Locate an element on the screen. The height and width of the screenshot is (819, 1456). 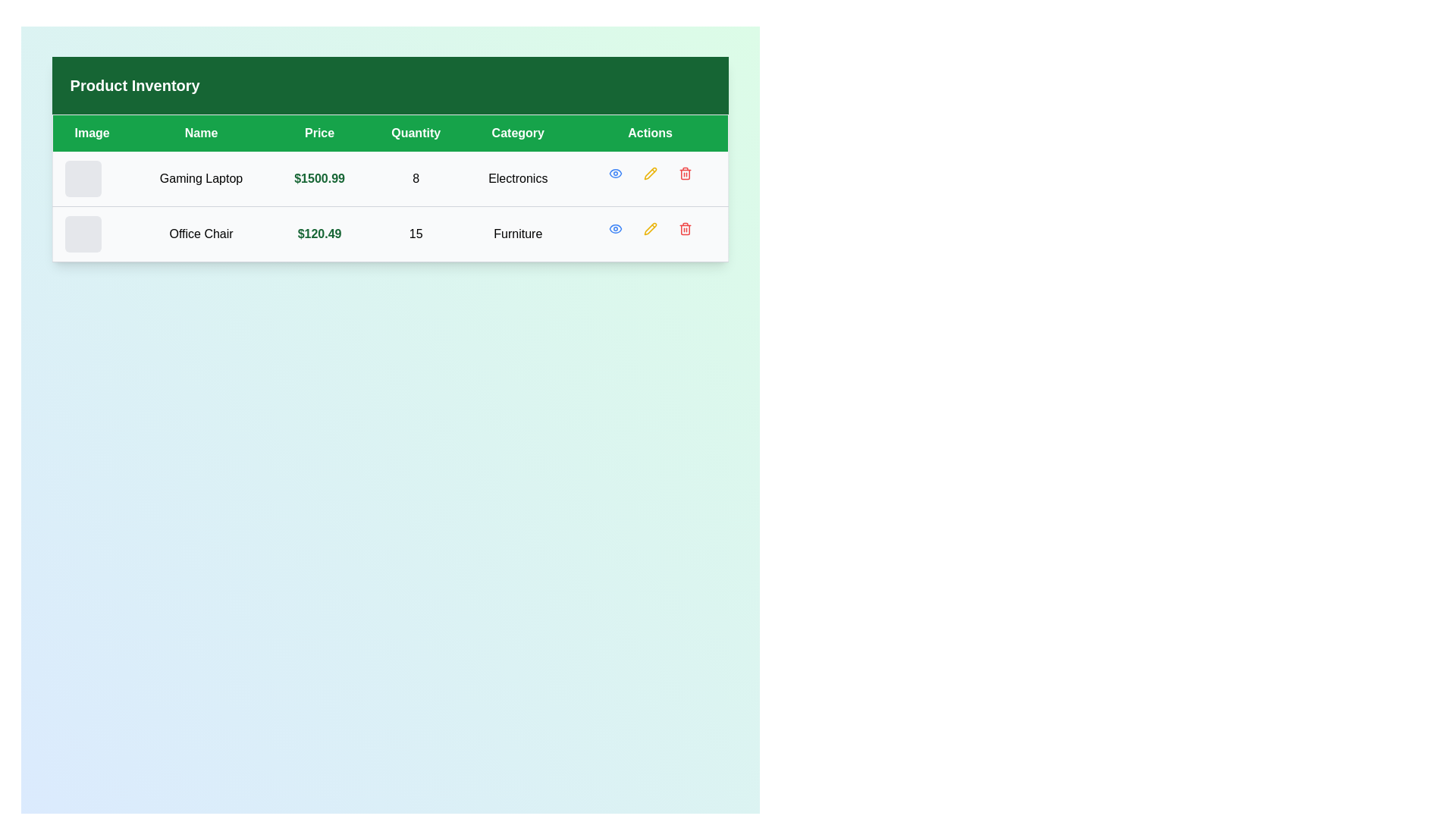
price text '$120.49' displayed in green and bold font in the 'Price' column of the second row for the 'Office Chair' product is located at coordinates (318, 234).